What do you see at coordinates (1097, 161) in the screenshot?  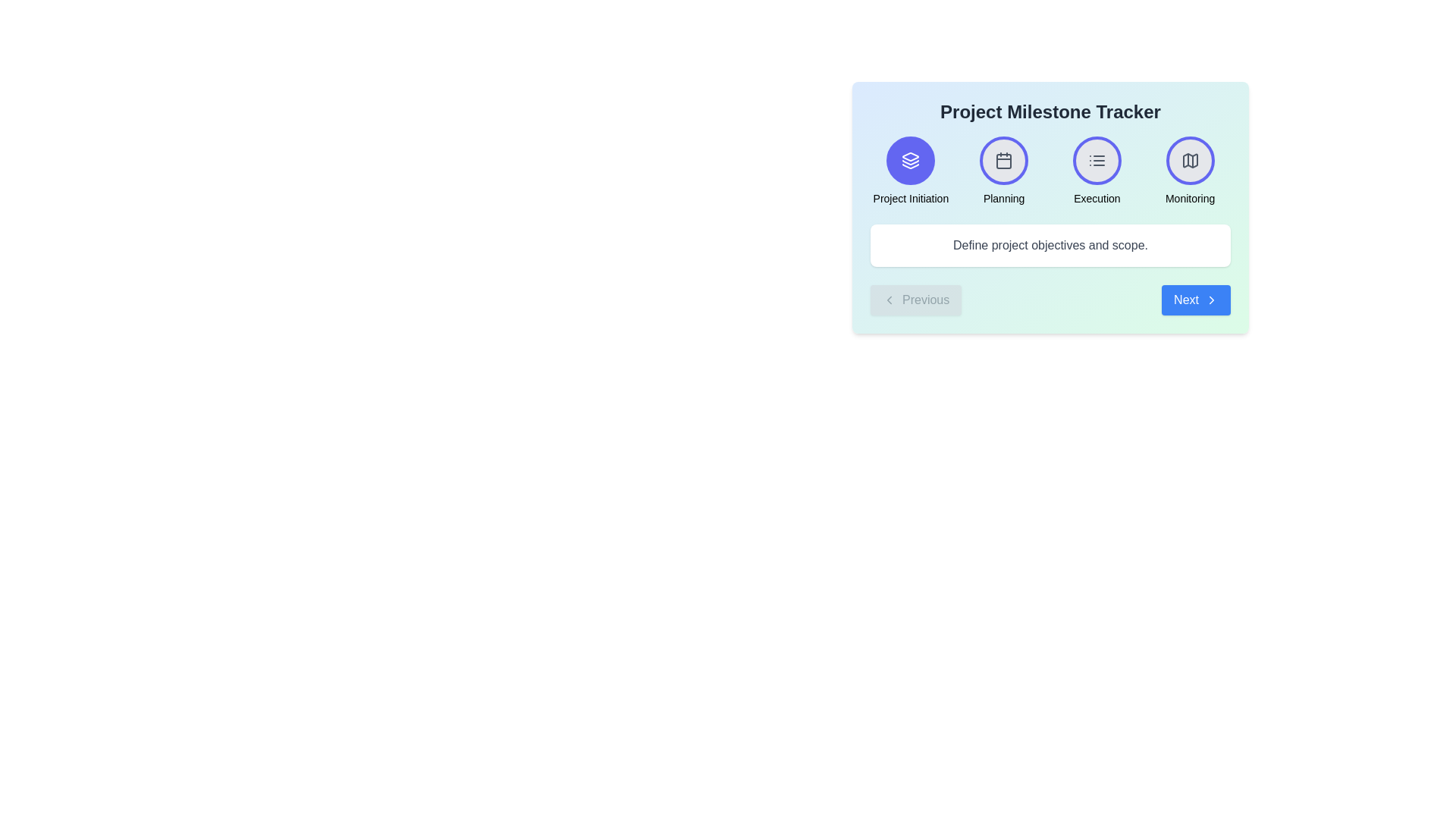 I see `the circular button with a light grey background and blue border, which contains a list icon, located beneath the 'Execution' heading in the 'Project Milestone Tracker' interface` at bounding box center [1097, 161].